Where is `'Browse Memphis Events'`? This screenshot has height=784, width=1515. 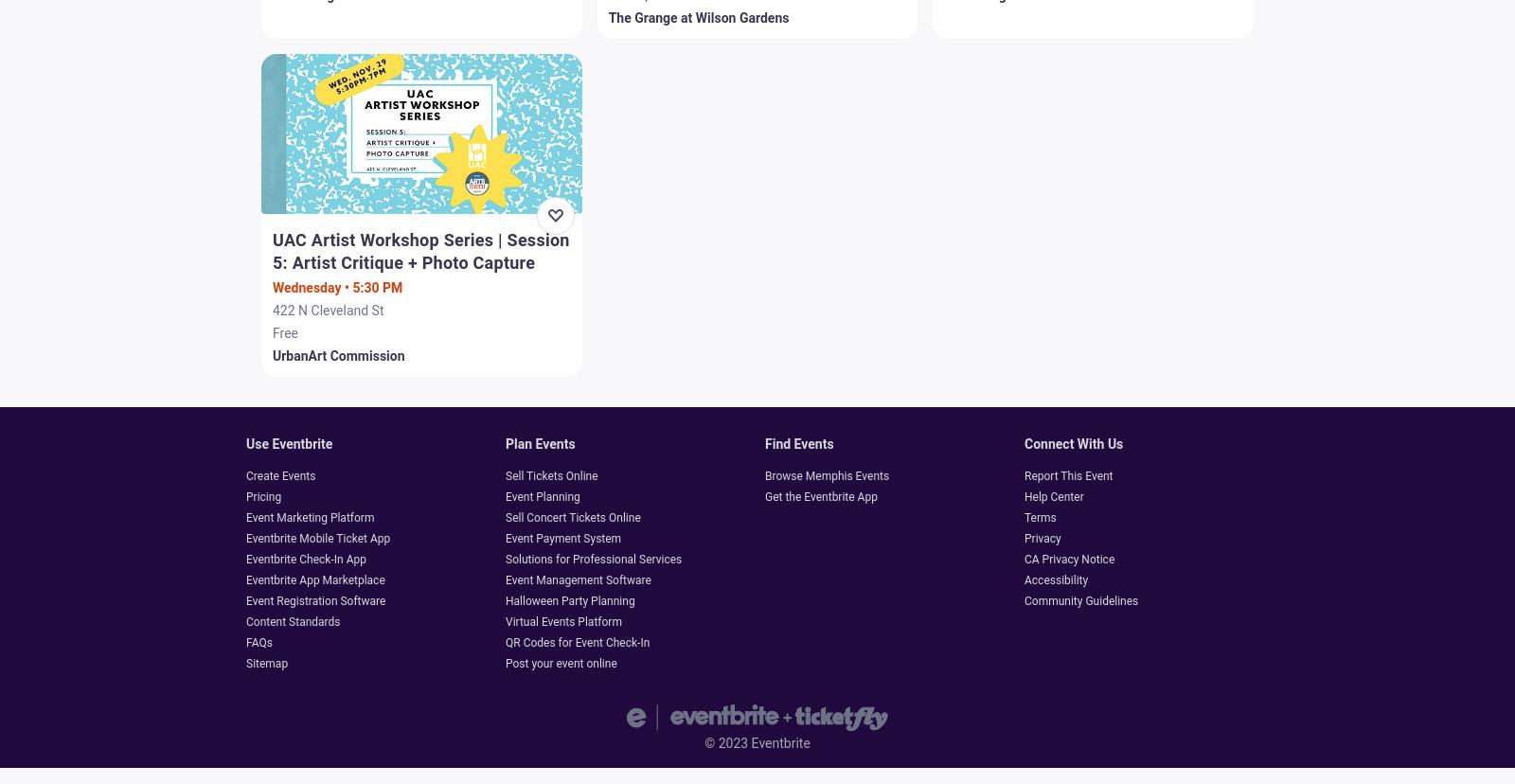
'Browse Memphis Events' is located at coordinates (826, 476).